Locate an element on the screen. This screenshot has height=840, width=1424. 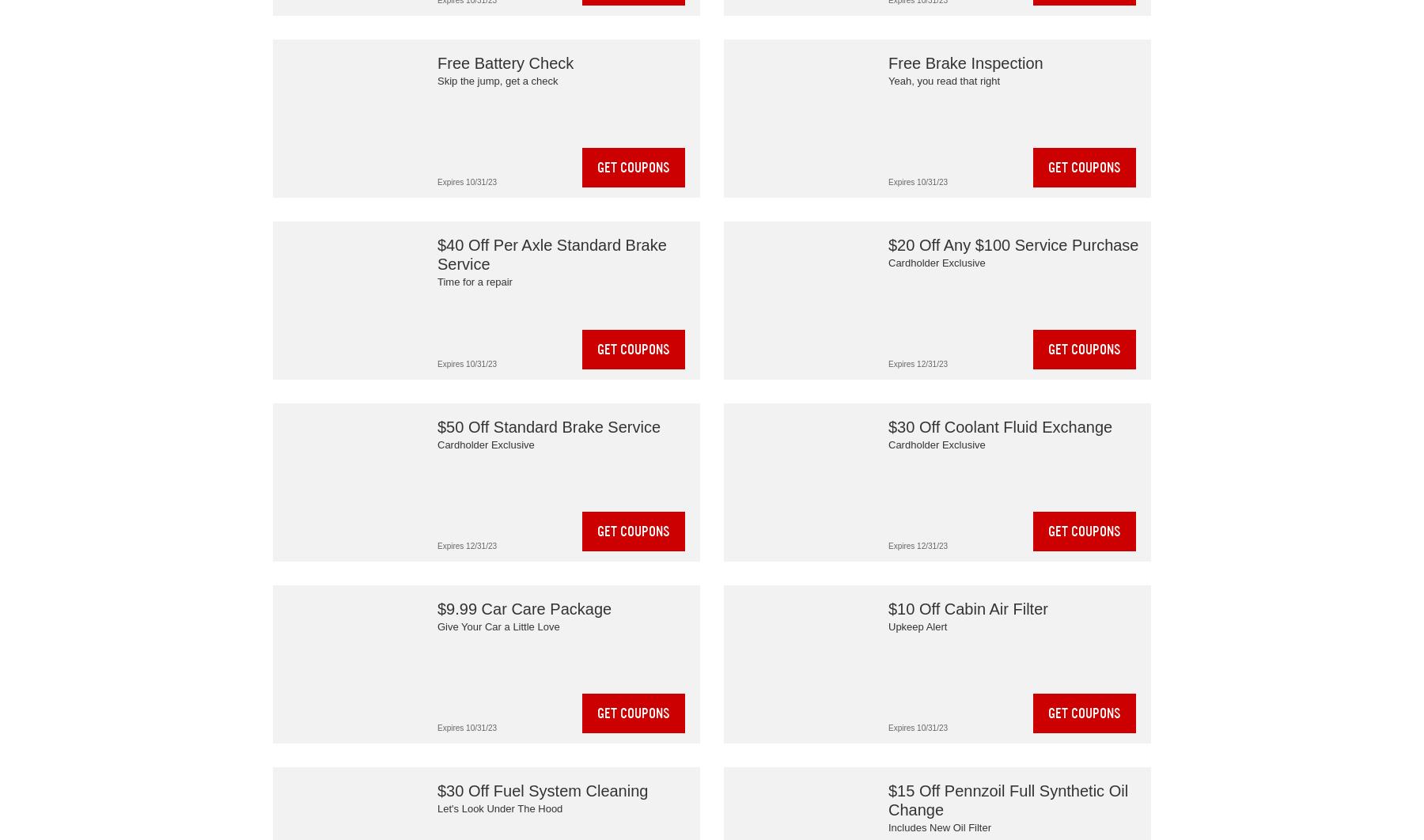
'Skip the jump, get a check' is located at coordinates (497, 81).